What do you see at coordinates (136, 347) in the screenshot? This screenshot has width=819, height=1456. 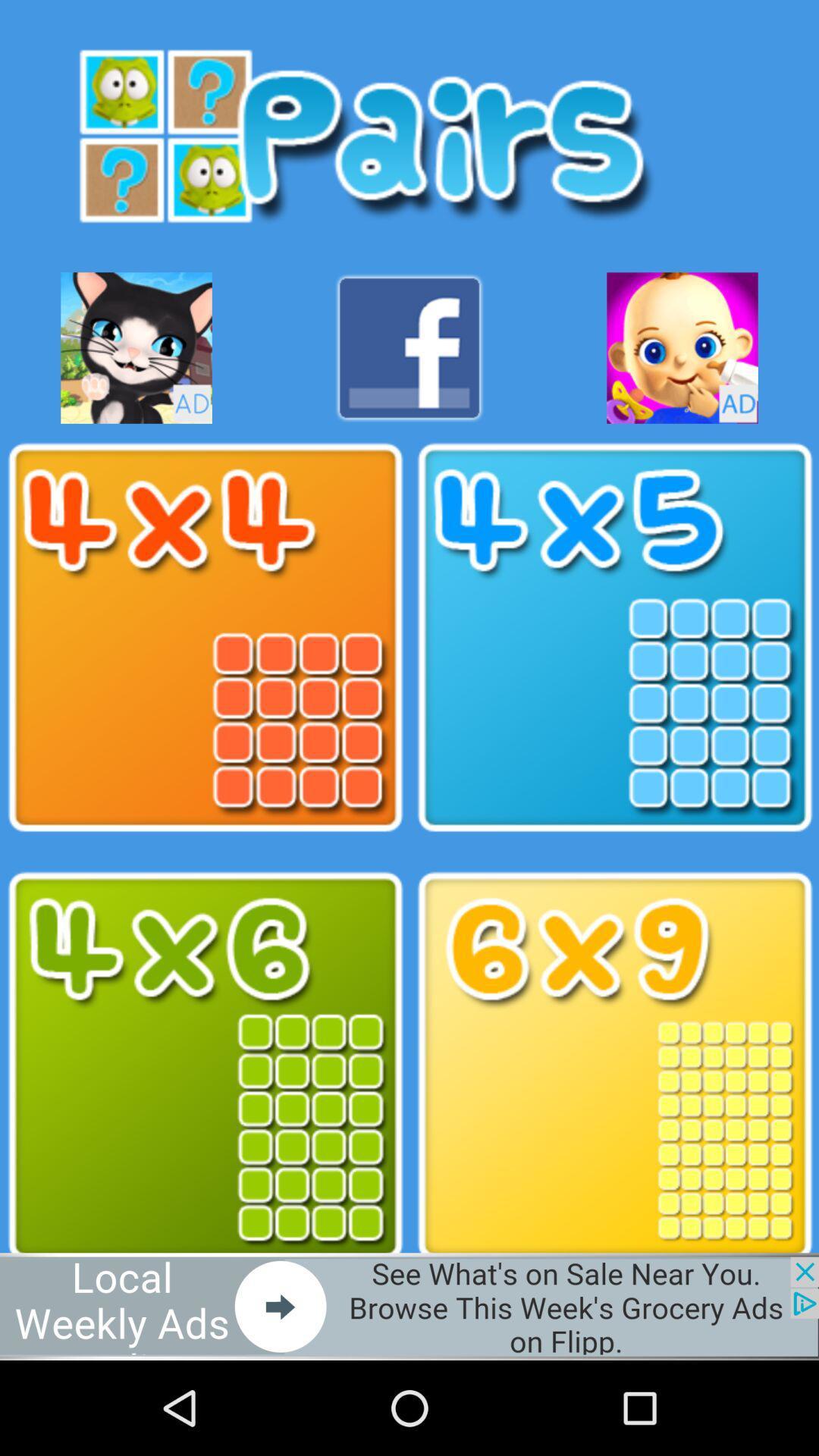 I see `open the advertisements` at bounding box center [136, 347].